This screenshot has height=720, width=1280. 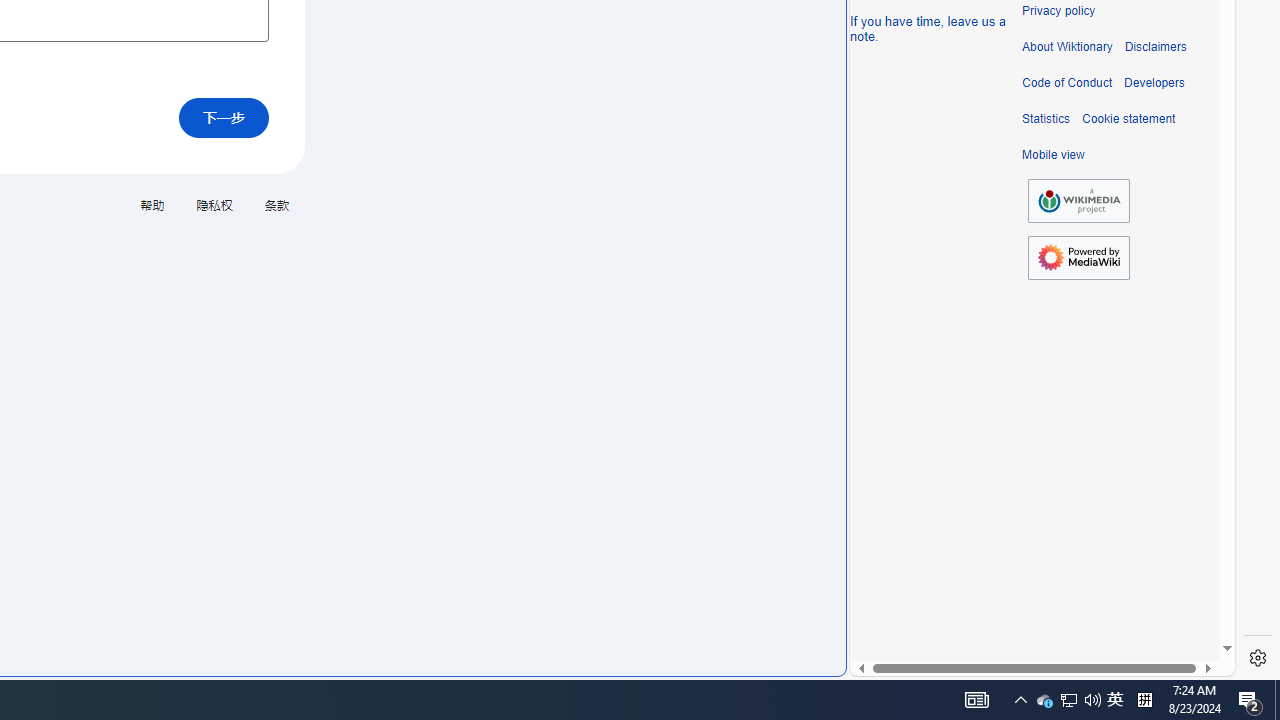 What do you see at coordinates (1078, 257) in the screenshot?
I see `'AutomationID: footer-poweredbyico'` at bounding box center [1078, 257].